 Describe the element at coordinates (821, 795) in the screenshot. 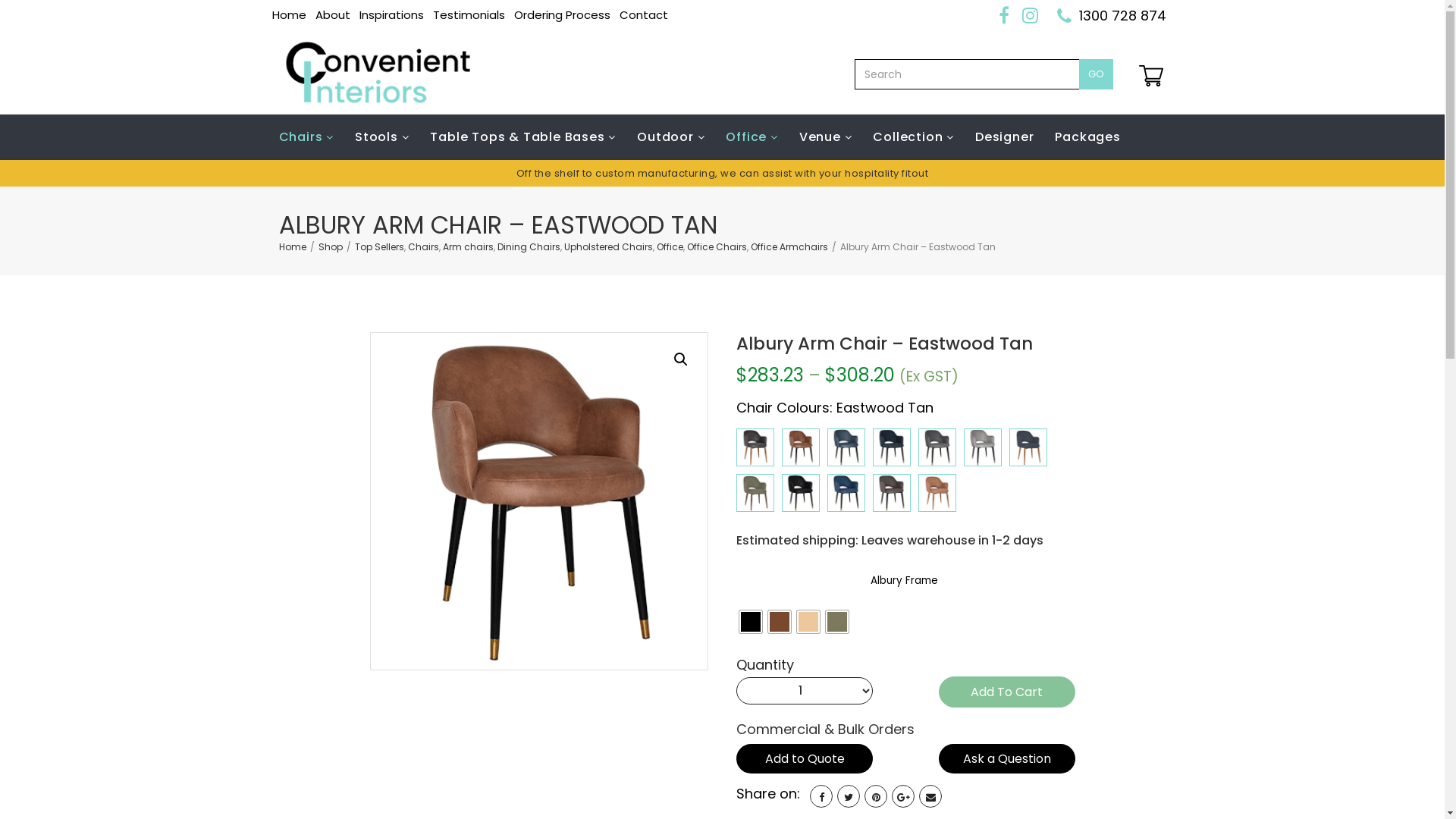

I see `'facebook'` at that location.